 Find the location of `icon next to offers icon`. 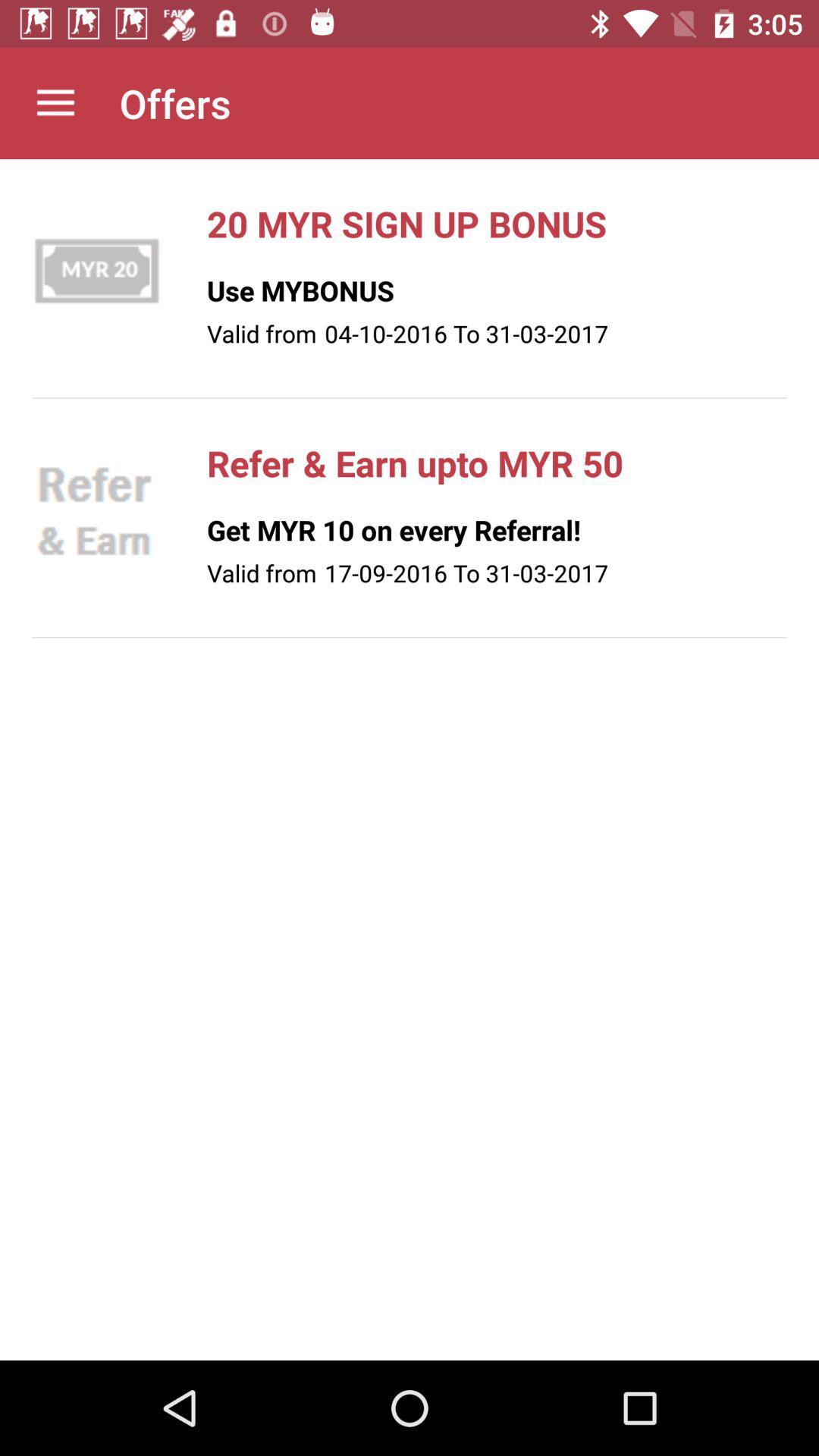

icon next to offers icon is located at coordinates (55, 102).